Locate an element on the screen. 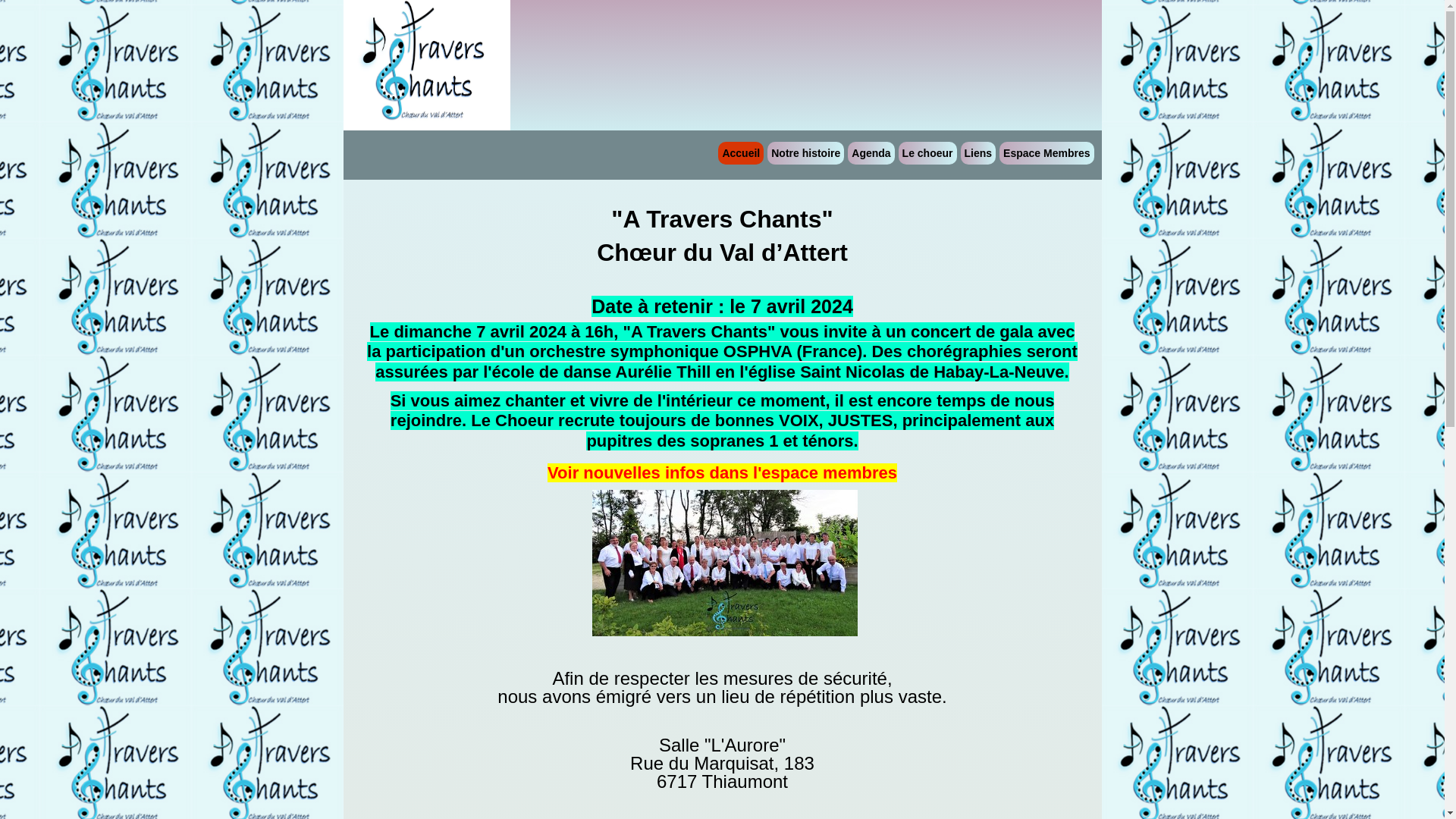 The image size is (1456, 819). 'Le choeur' is located at coordinates (927, 152).